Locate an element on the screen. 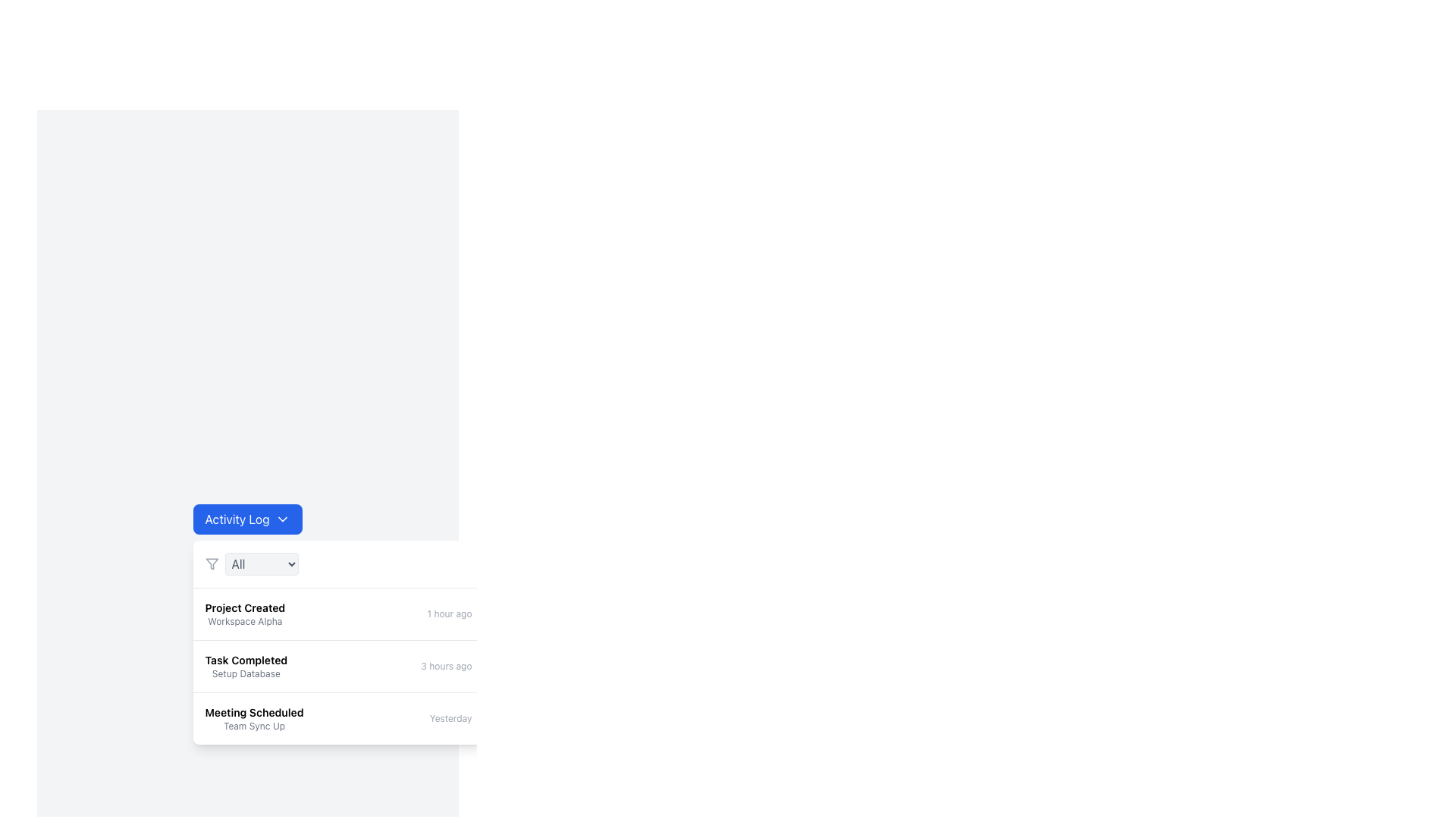  text from the Timestamp label displaying '1 hour ago', which is located on the far right side of the first entry in the activity log dropdown is located at coordinates (448, 614).